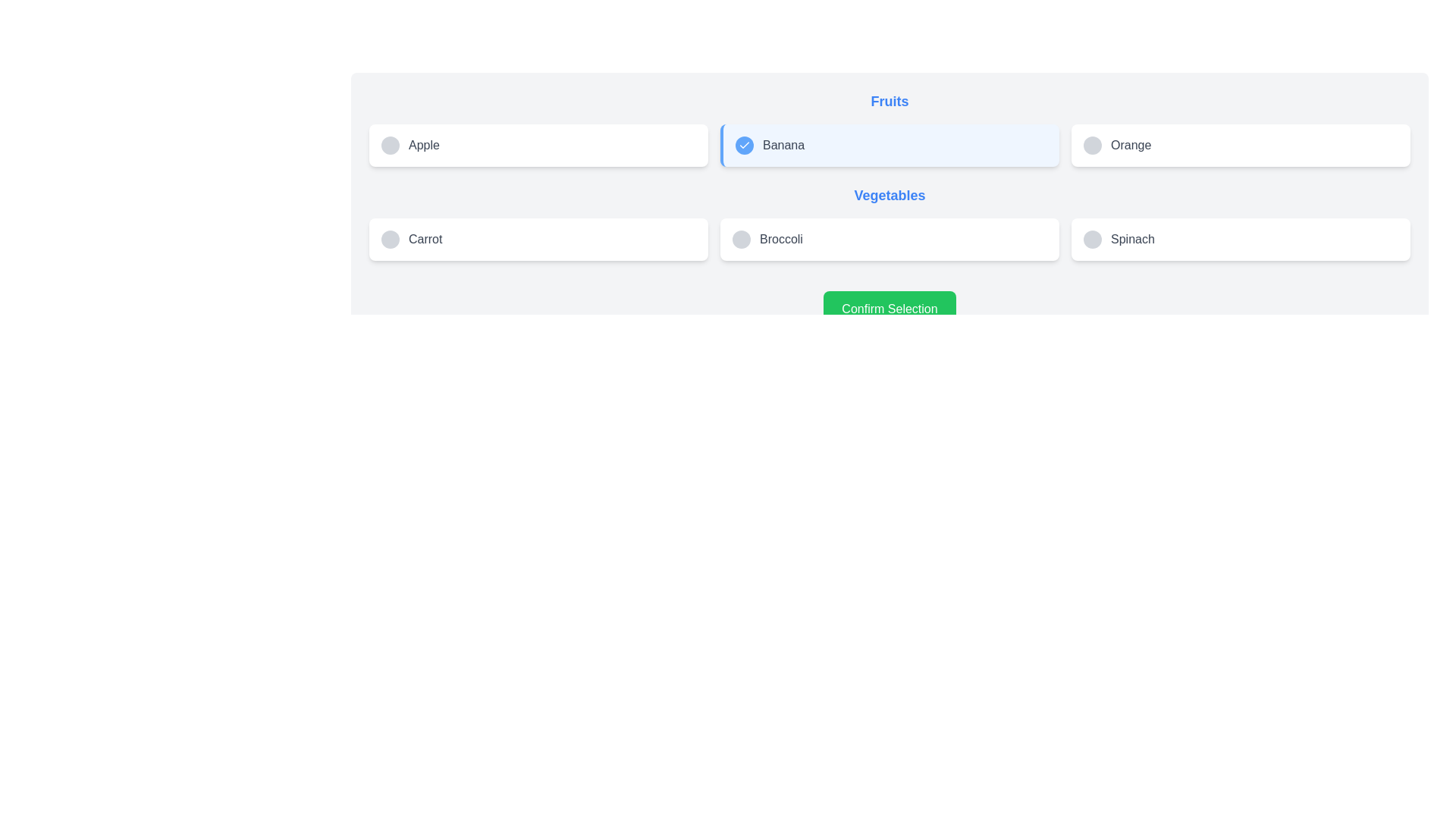  Describe the element at coordinates (1241, 146) in the screenshot. I see `the third option in the 'Fruits' category, which is a clickable card or option selector` at that location.